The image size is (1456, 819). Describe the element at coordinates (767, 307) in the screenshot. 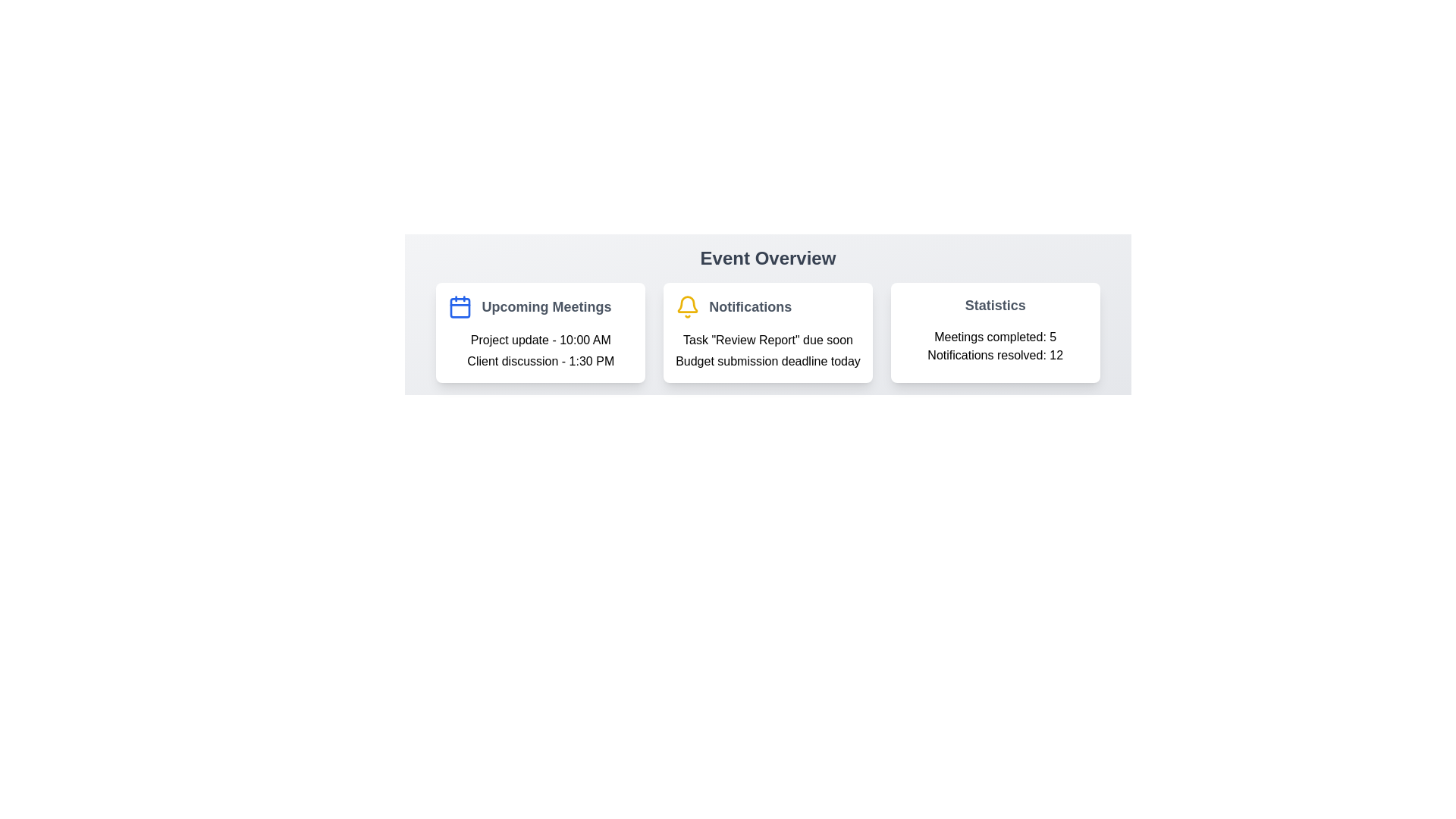

I see `the 'Notifications' label with the bell icon, which is located in the second card of the 'Event Overview' section` at that location.